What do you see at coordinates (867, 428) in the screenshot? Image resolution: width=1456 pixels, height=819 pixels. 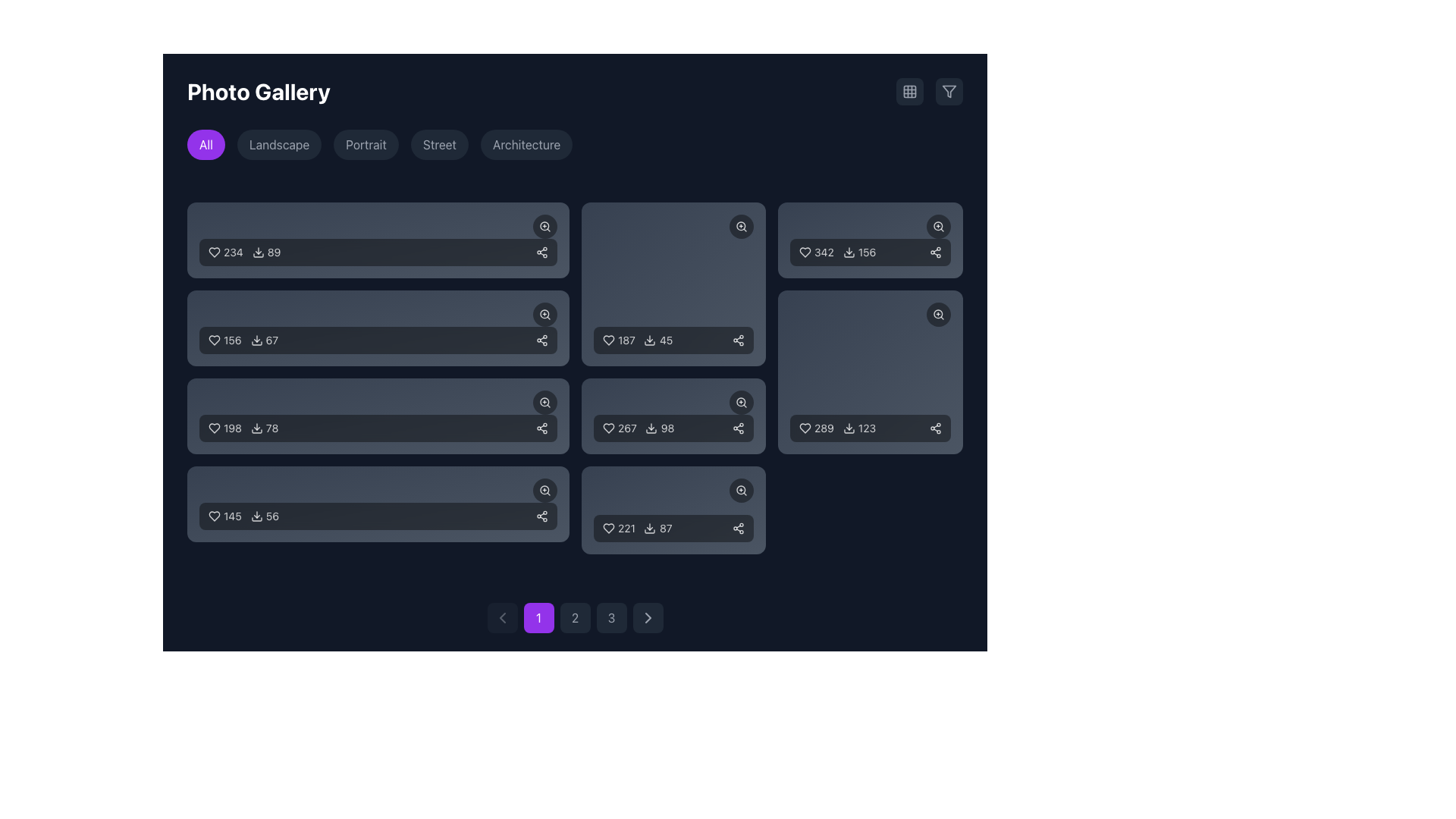 I see `the static text displaying the number '123' located at the bottom-right corner of a card-like structure, which is styled with a smaller font size and light grayish color` at bounding box center [867, 428].